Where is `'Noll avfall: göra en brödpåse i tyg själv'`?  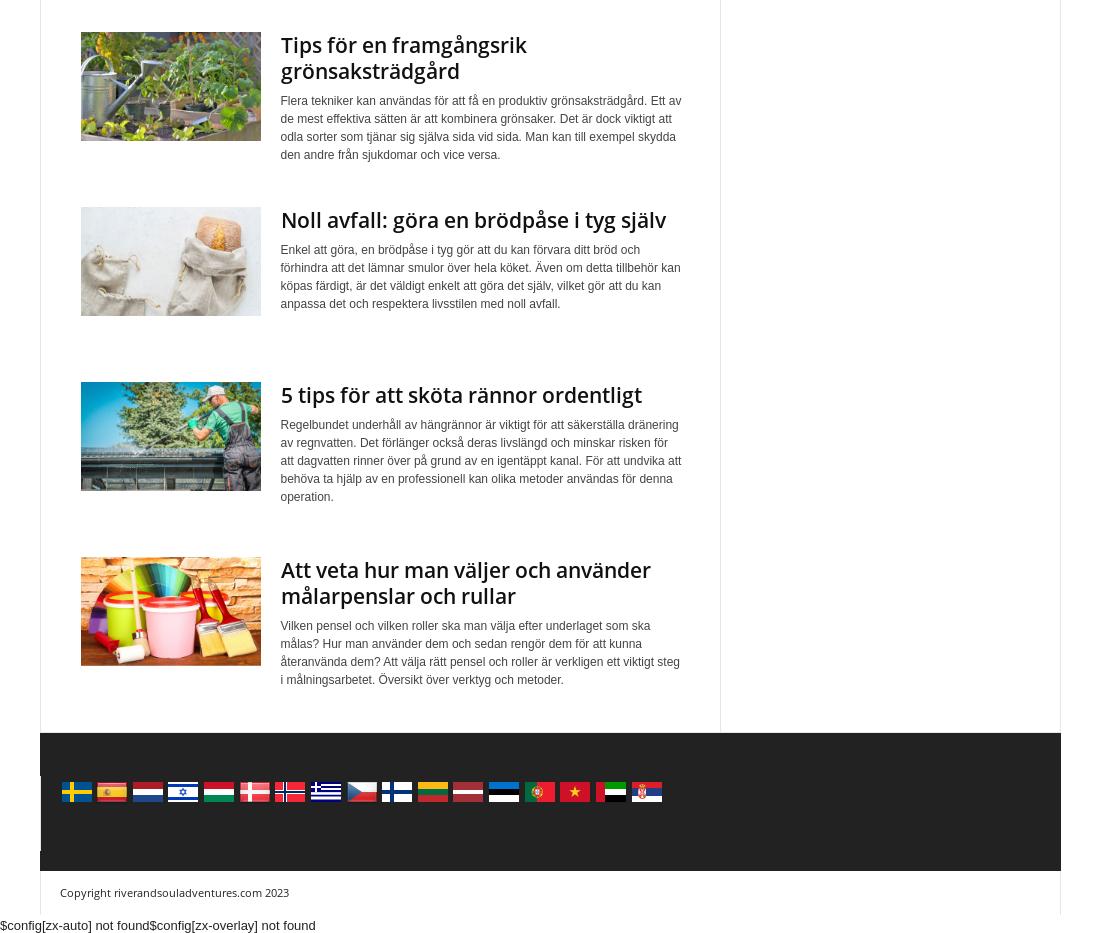
'Noll avfall: göra en brödpåse i tyg själv' is located at coordinates (471, 219).